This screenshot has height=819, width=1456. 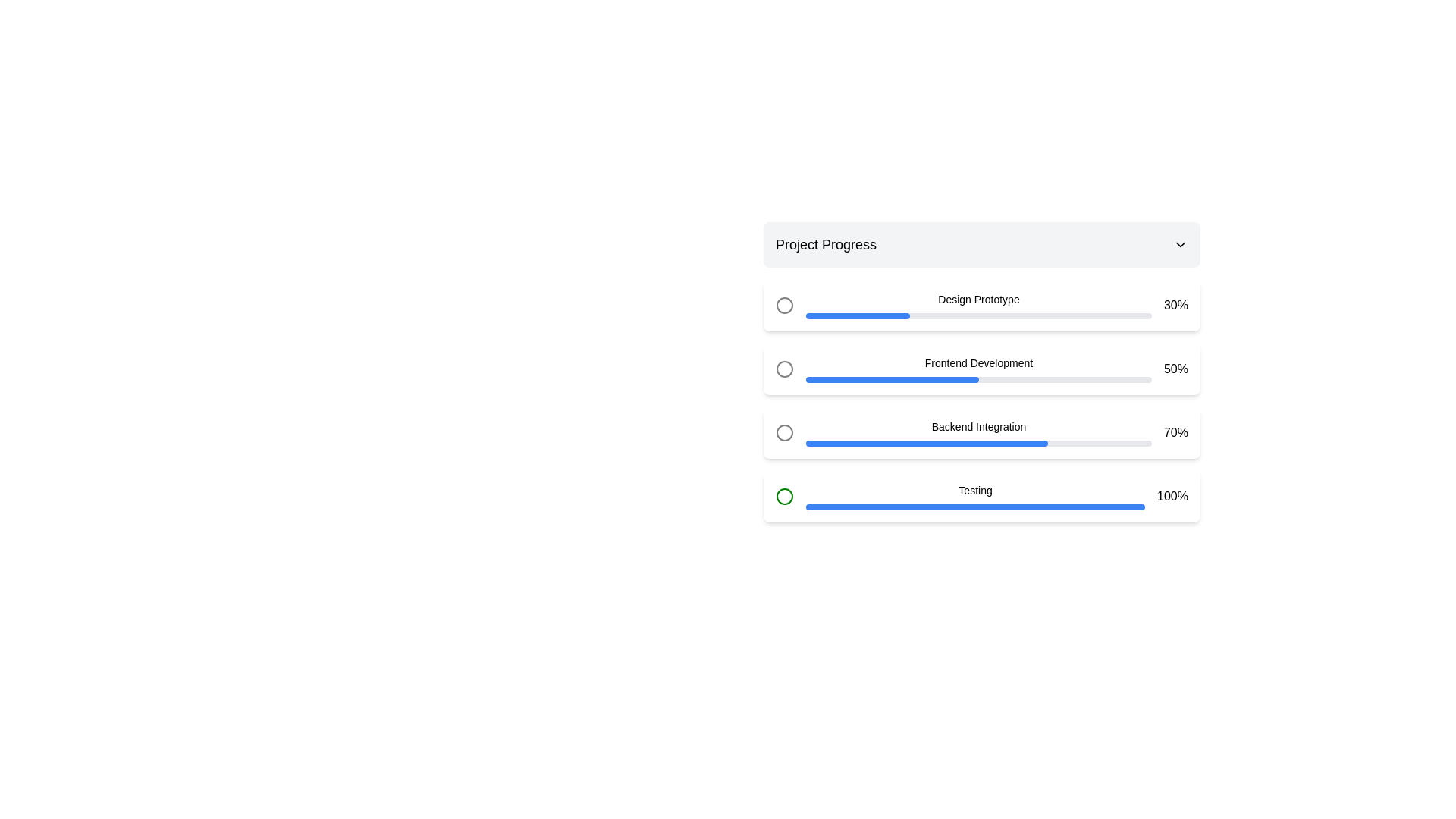 I want to click on the second text label in the 'Project Progress' section, which serves as a descriptor for the associated progress step, so click(x=979, y=362).